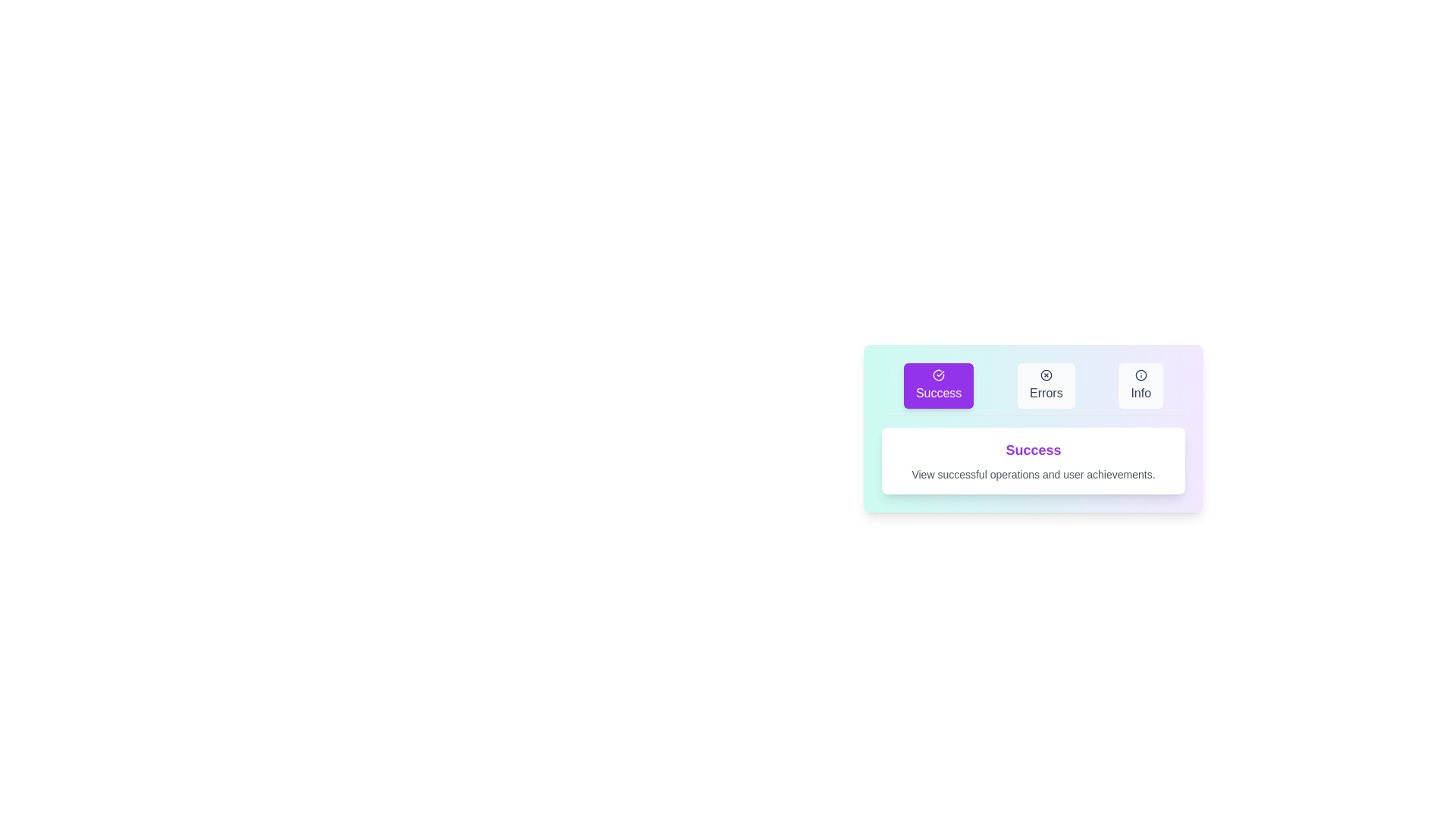 The width and height of the screenshot is (1456, 819). I want to click on the tab labeled Success to observe its hover effects, so click(938, 385).